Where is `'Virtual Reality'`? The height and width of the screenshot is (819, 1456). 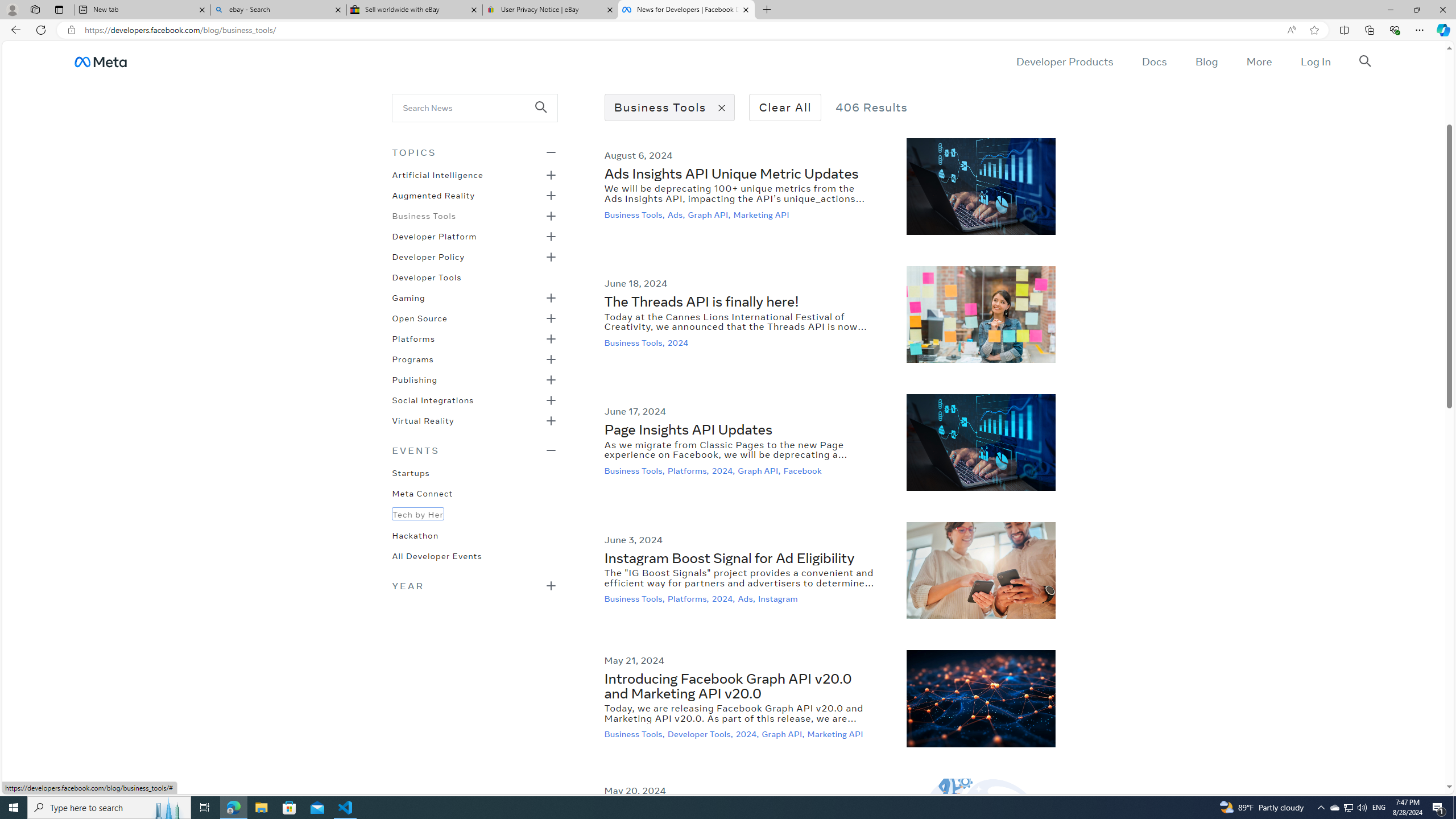
'Virtual Reality' is located at coordinates (422, 419).